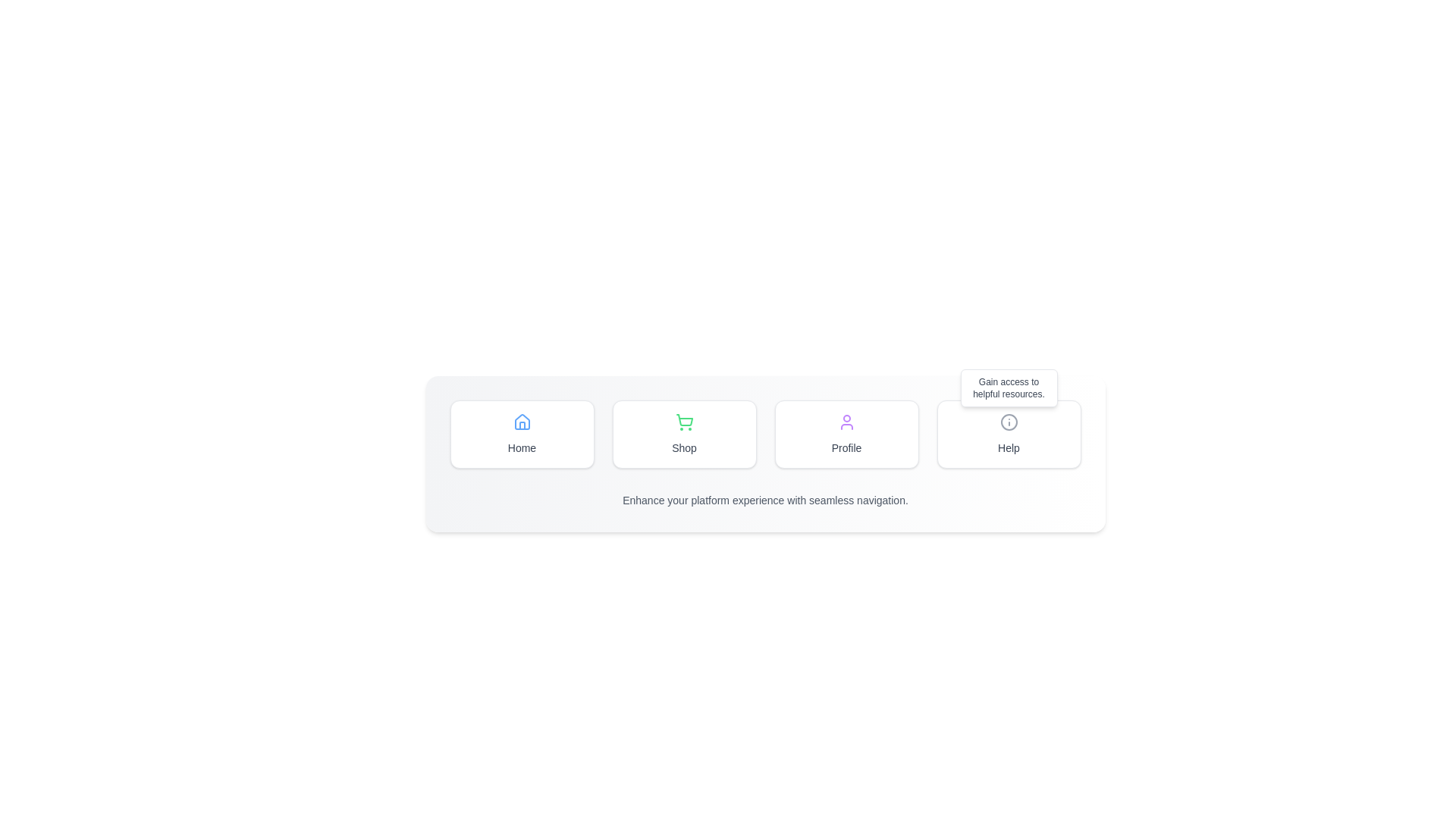  Describe the element at coordinates (765, 500) in the screenshot. I see `descriptive or motivational text label located below the navigation panel, which informs users about an enhanced platform experience` at that location.